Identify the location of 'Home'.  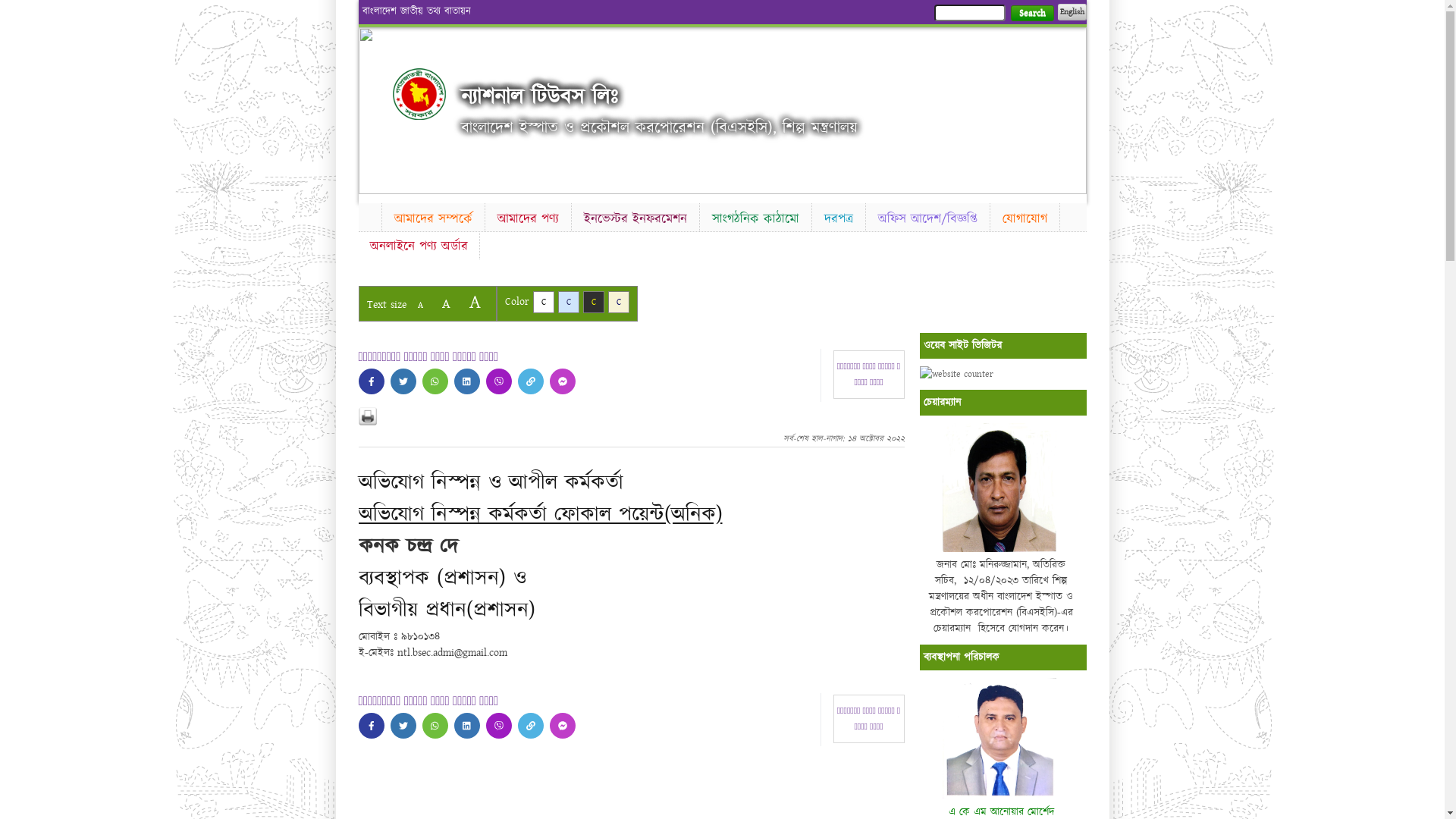
(393, 93).